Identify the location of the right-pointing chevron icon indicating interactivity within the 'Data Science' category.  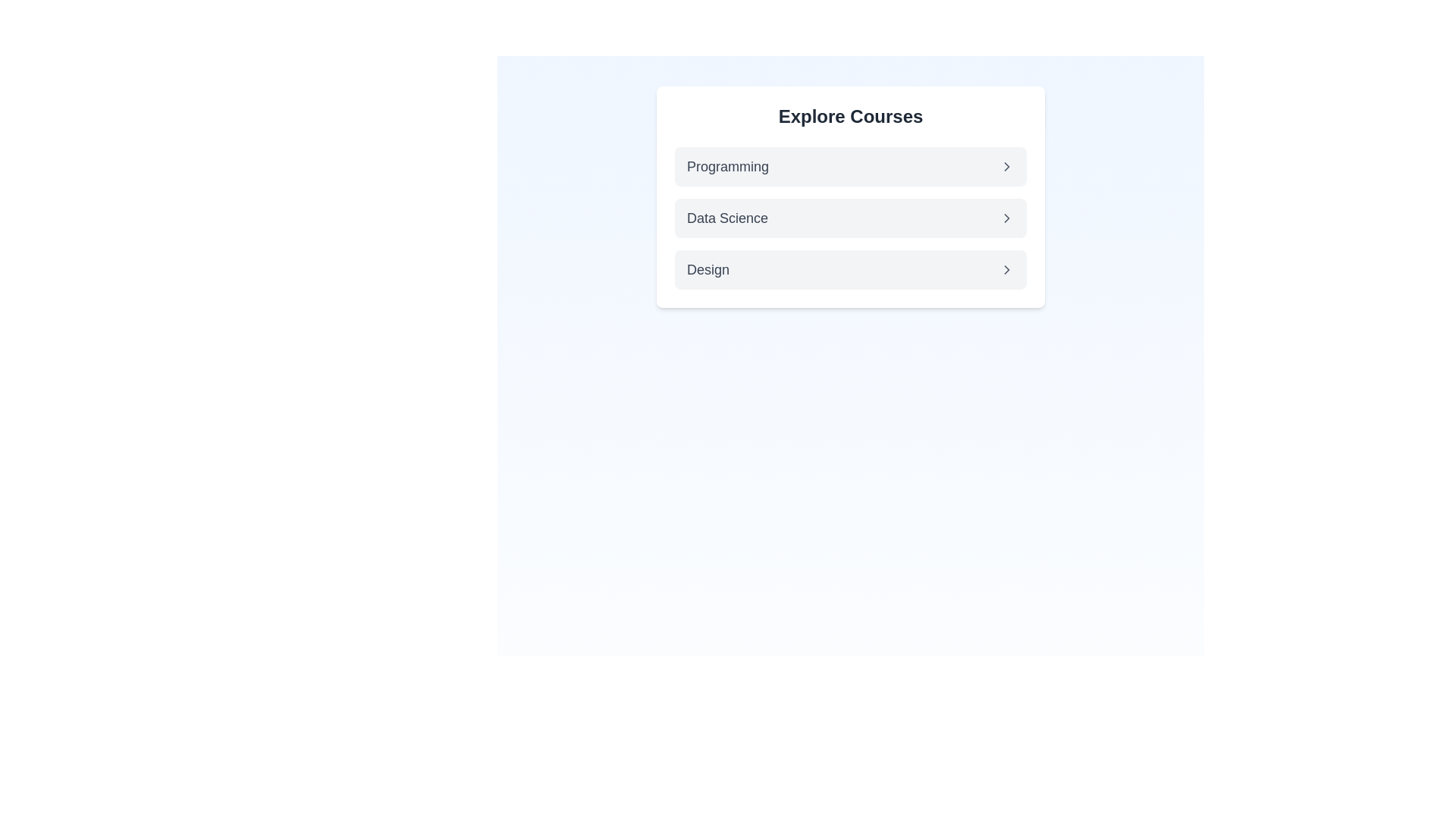
(1007, 218).